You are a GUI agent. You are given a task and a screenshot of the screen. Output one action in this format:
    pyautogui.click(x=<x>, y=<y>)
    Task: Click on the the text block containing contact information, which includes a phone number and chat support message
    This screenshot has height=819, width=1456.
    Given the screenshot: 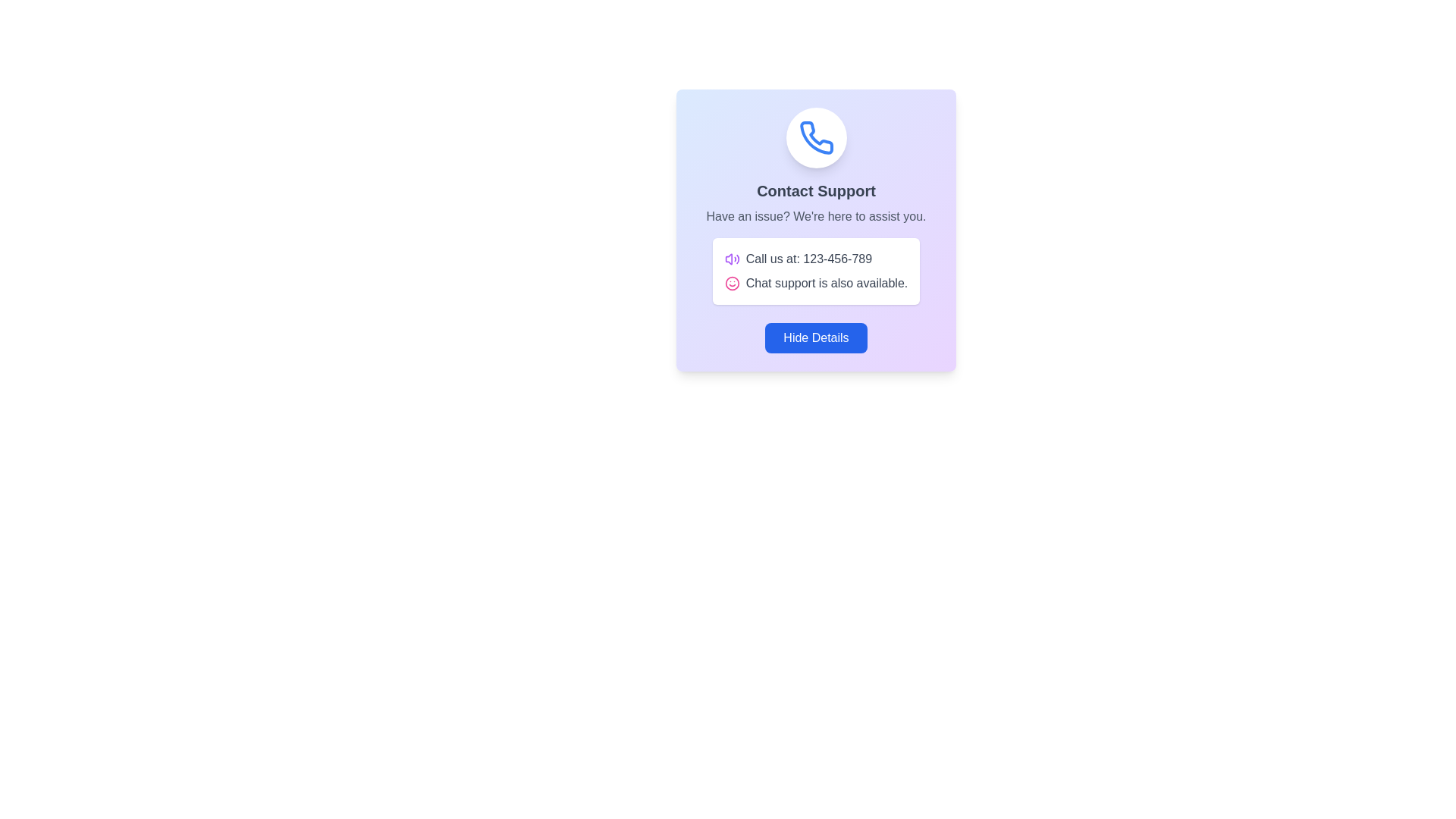 What is the action you would take?
    pyautogui.click(x=815, y=271)
    